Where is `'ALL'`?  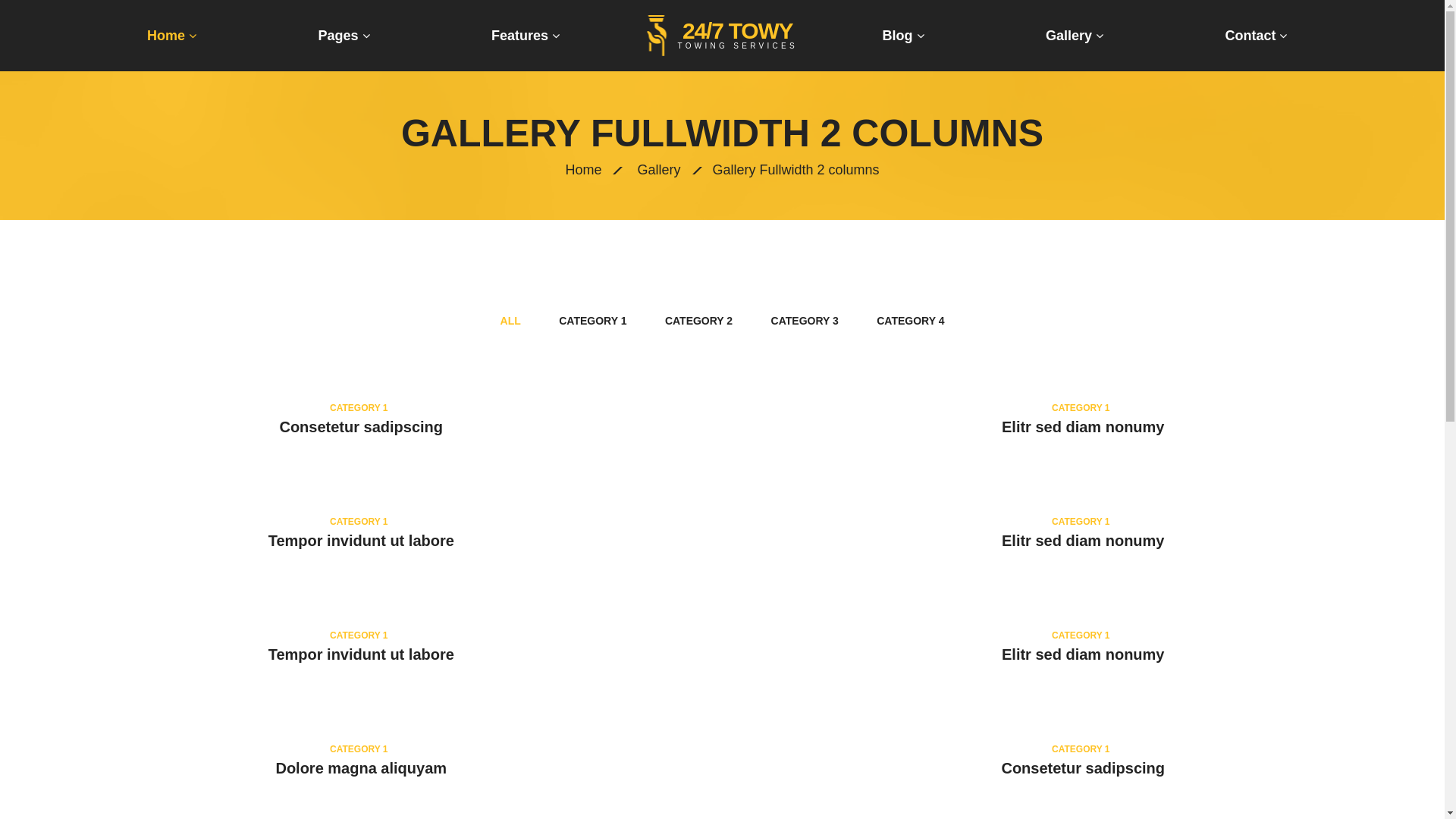
'ALL' is located at coordinates (510, 320).